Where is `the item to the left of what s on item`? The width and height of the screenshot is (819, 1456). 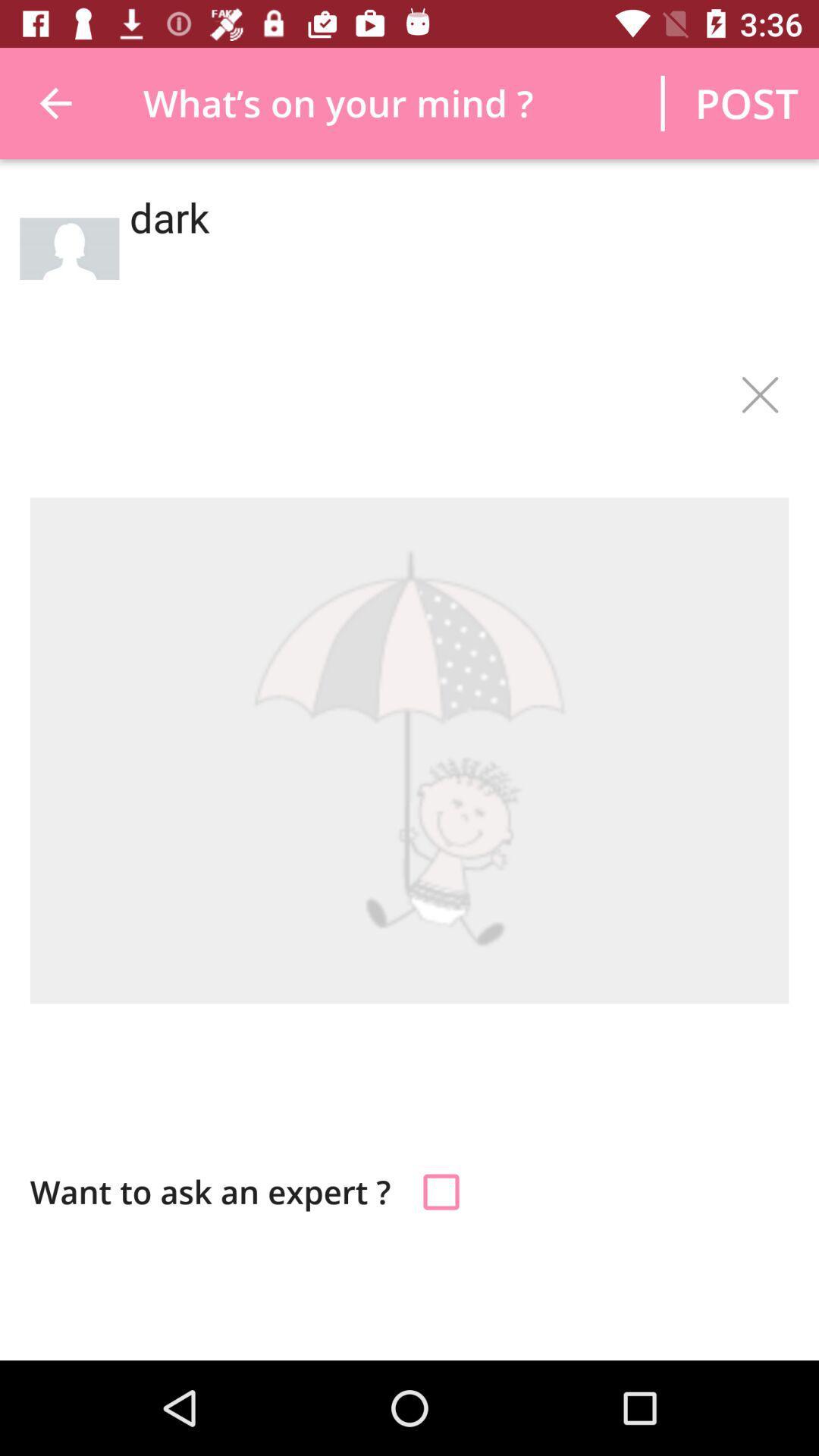 the item to the left of what s on item is located at coordinates (55, 102).